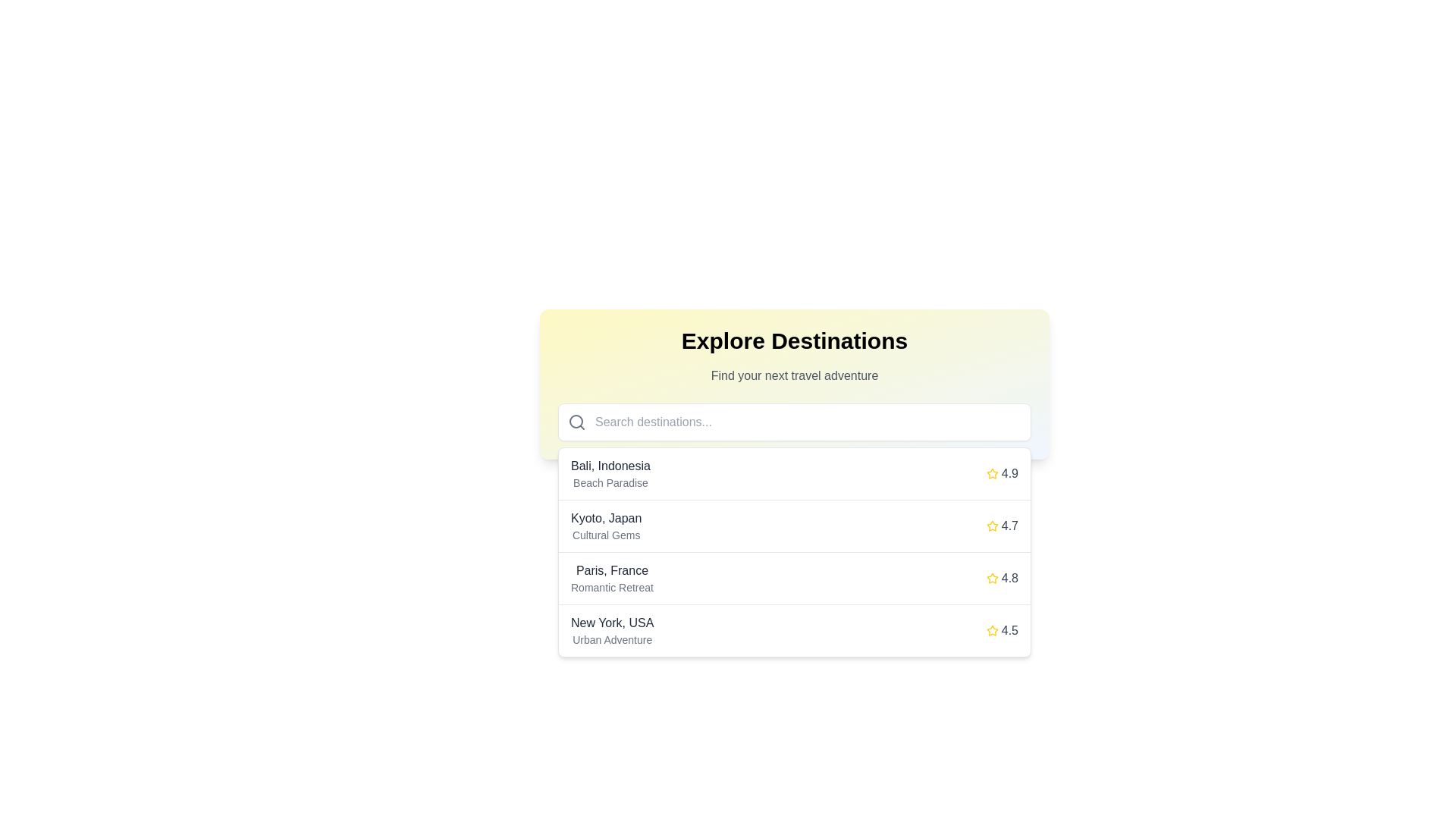 The width and height of the screenshot is (1456, 819). What do you see at coordinates (605, 534) in the screenshot?
I see `text label 'Cultural Gems' which is styled in a small font size and light gray color, positioned below the 'Kyoto, Japan' text in a vertical list view` at bounding box center [605, 534].